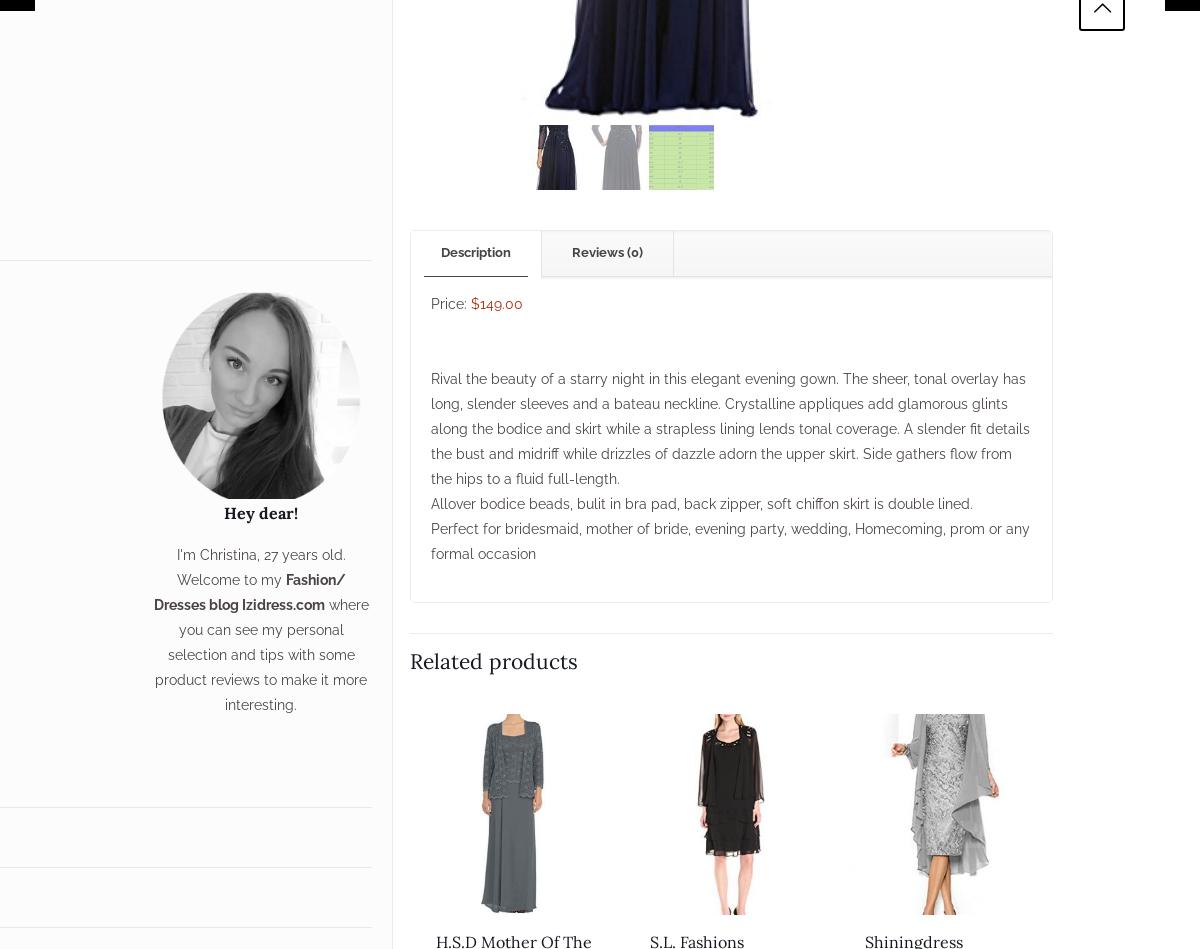 The width and height of the screenshot is (1200, 949). I want to click on '$149.00', so click(494, 302).